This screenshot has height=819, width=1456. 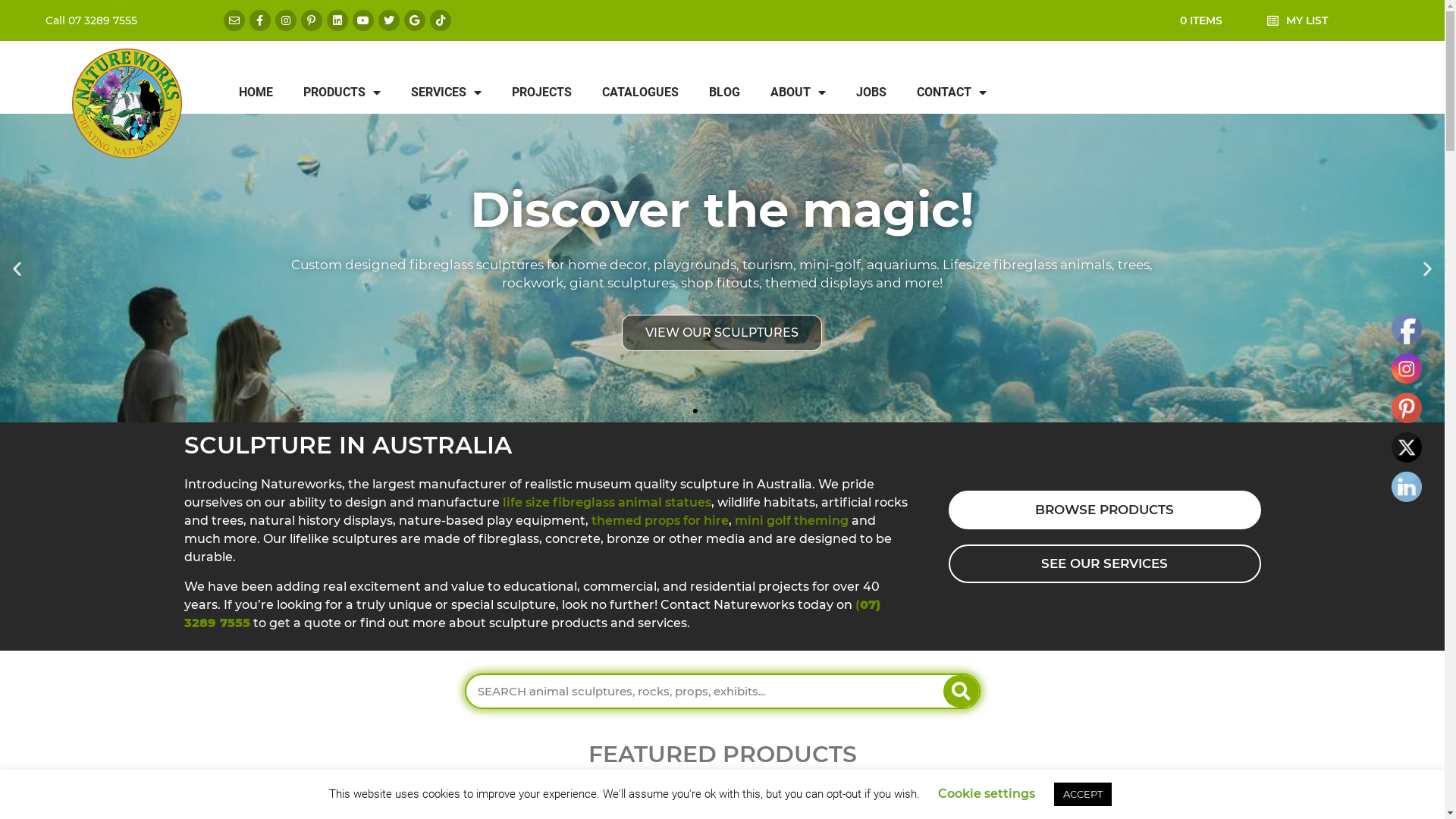 What do you see at coordinates (723, 93) in the screenshot?
I see `'BLOG'` at bounding box center [723, 93].